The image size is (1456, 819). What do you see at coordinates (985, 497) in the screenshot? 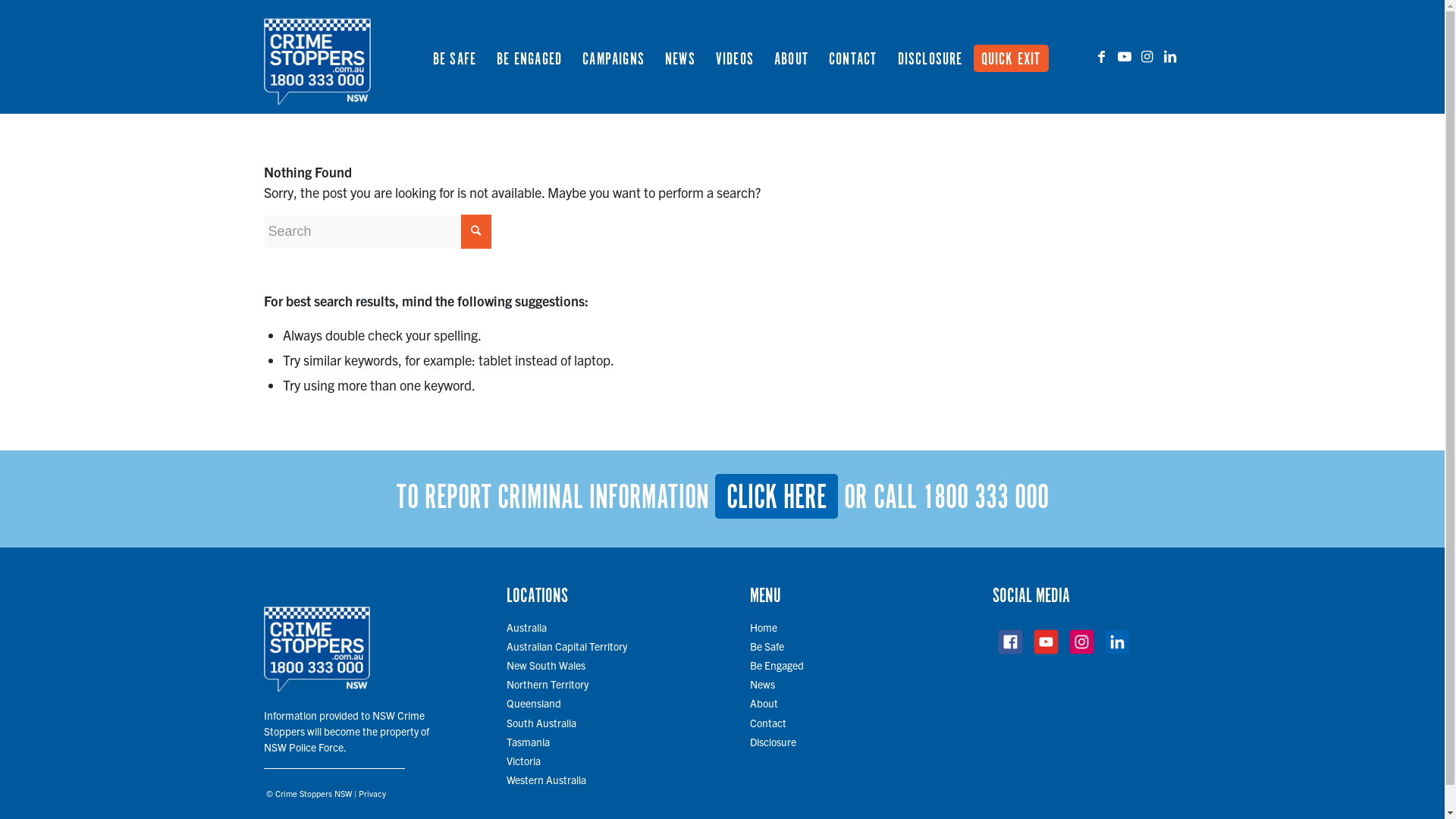
I see `'1800 333 000'` at bounding box center [985, 497].